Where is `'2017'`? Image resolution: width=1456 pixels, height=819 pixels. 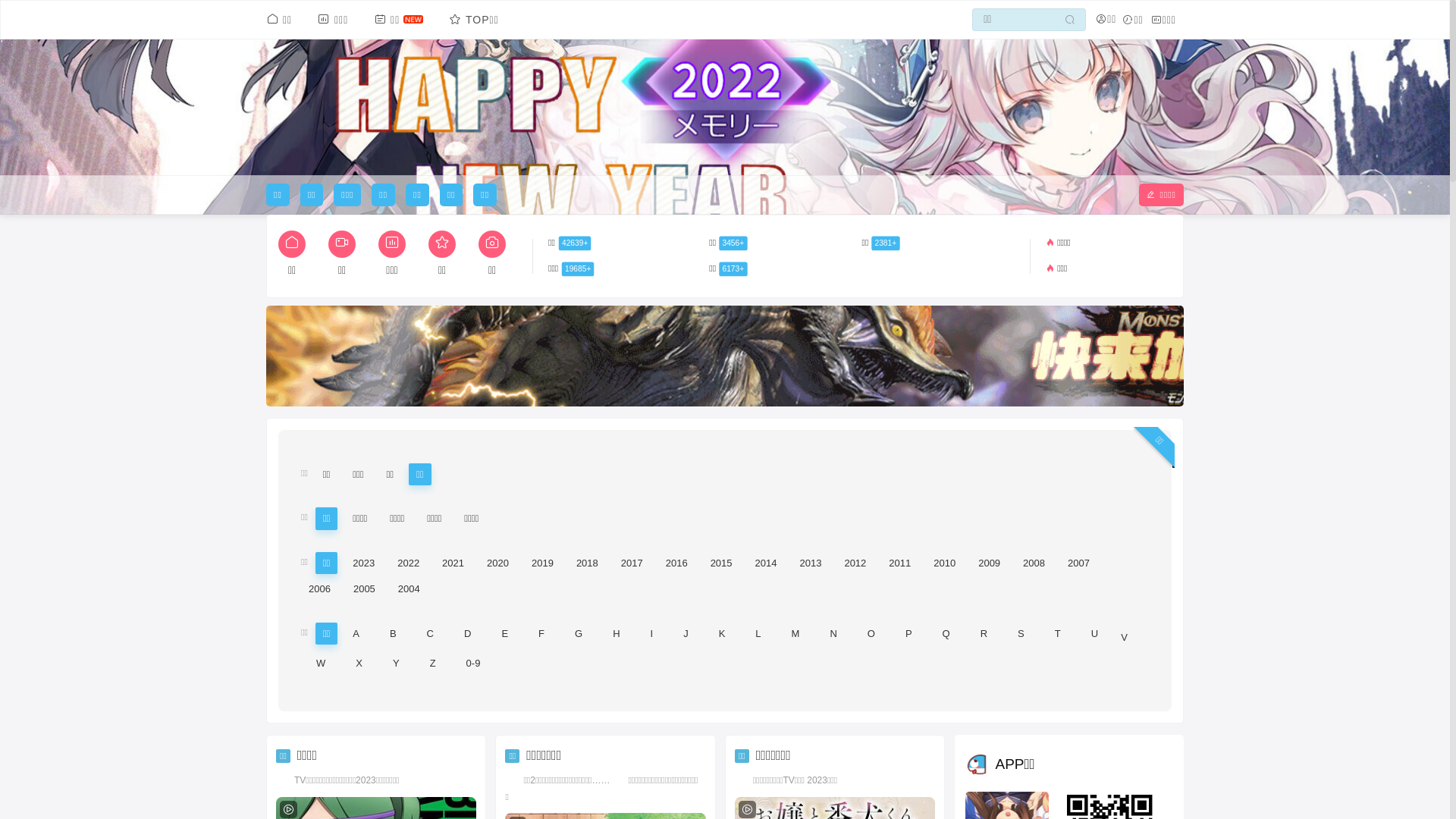 '2017' is located at coordinates (613, 563).